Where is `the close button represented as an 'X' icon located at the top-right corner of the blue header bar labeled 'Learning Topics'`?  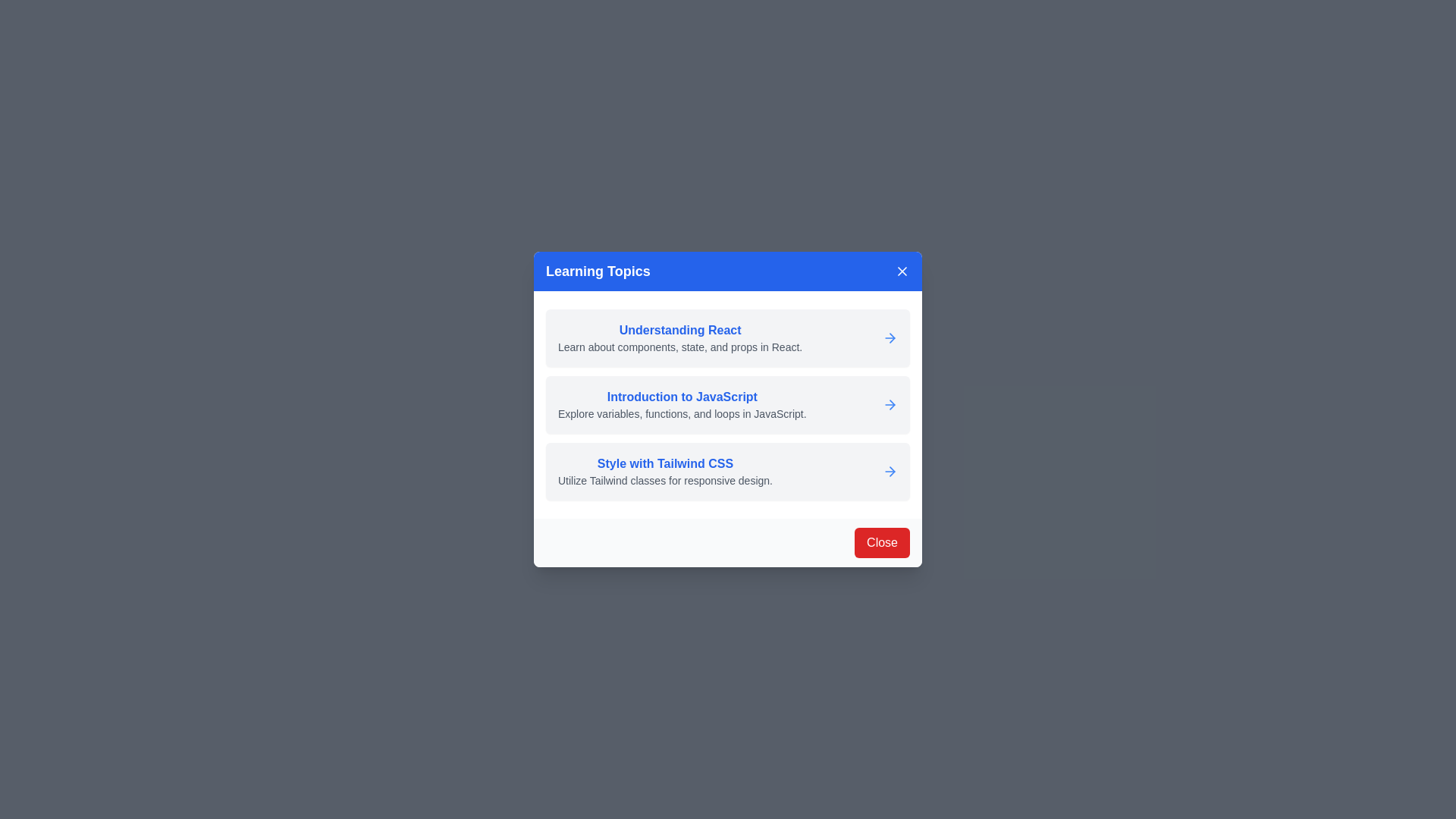
the close button represented as an 'X' icon located at the top-right corner of the blue header bar labeled 'Learning Topics' is located at coordinates (902, 271).